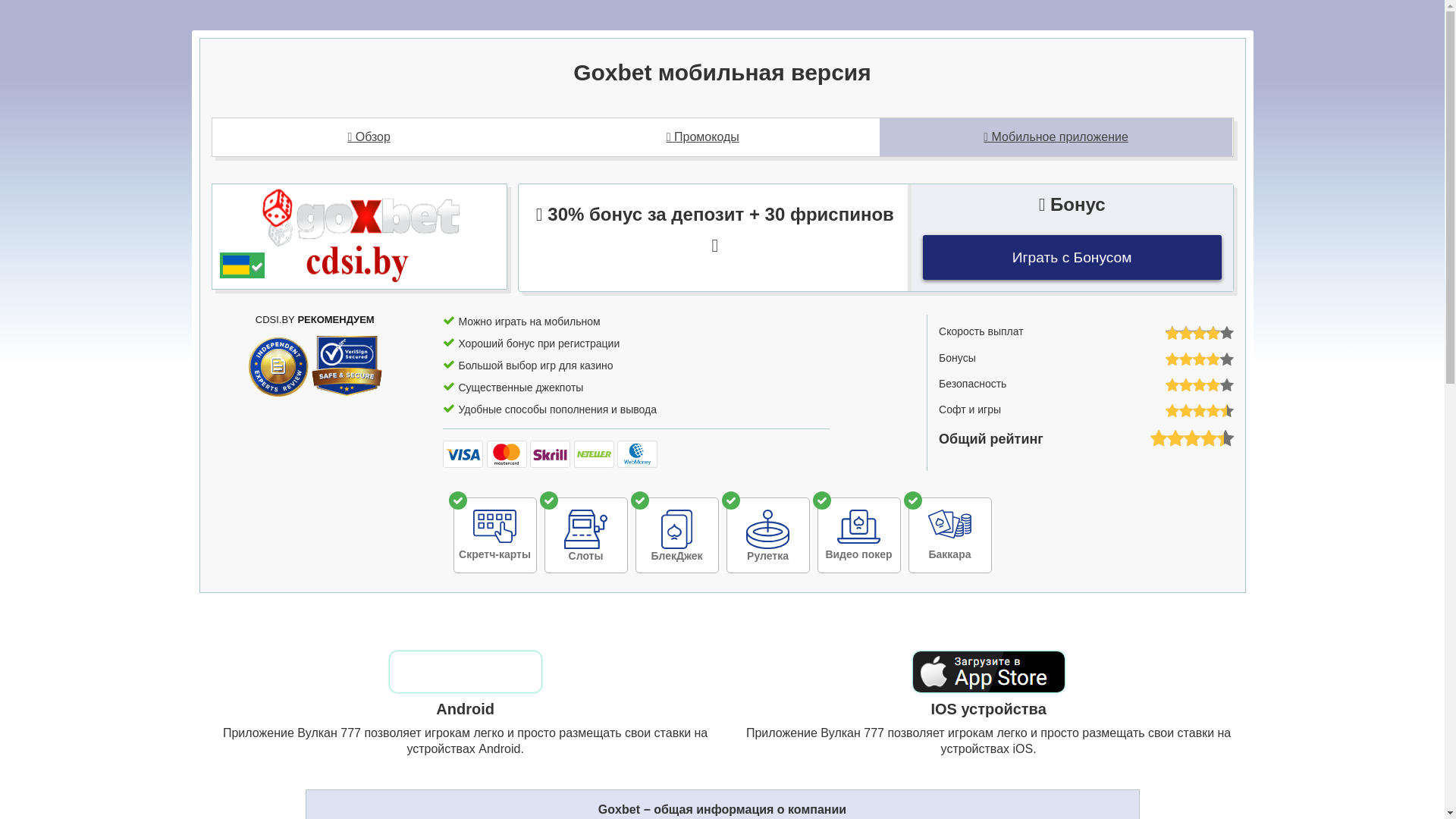  I want to click on 'Visa', so click(442, 453).